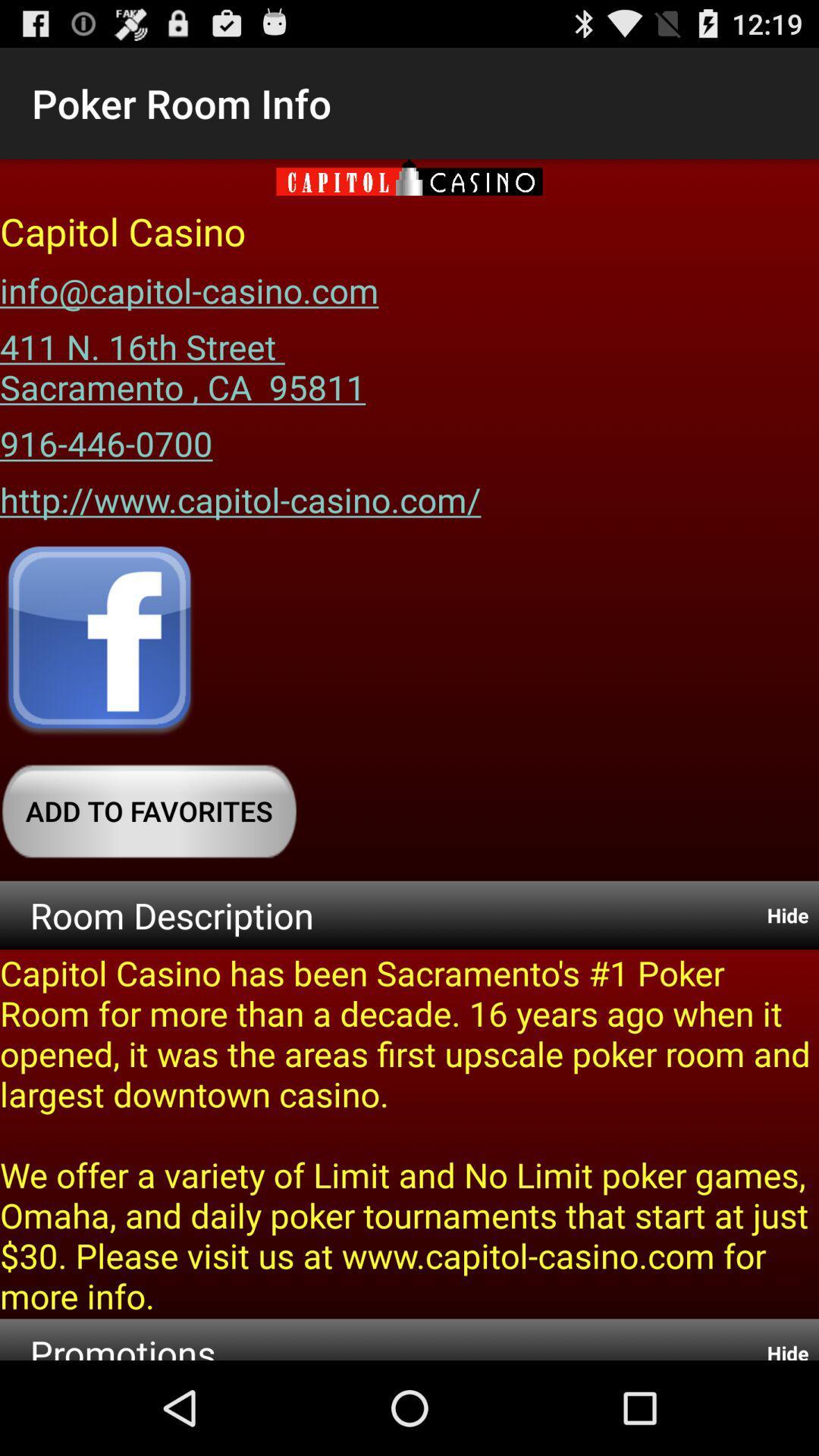 The height and width of the screenshot is (1456, 819). I want to click on item above the room description item, so click(149, 810).